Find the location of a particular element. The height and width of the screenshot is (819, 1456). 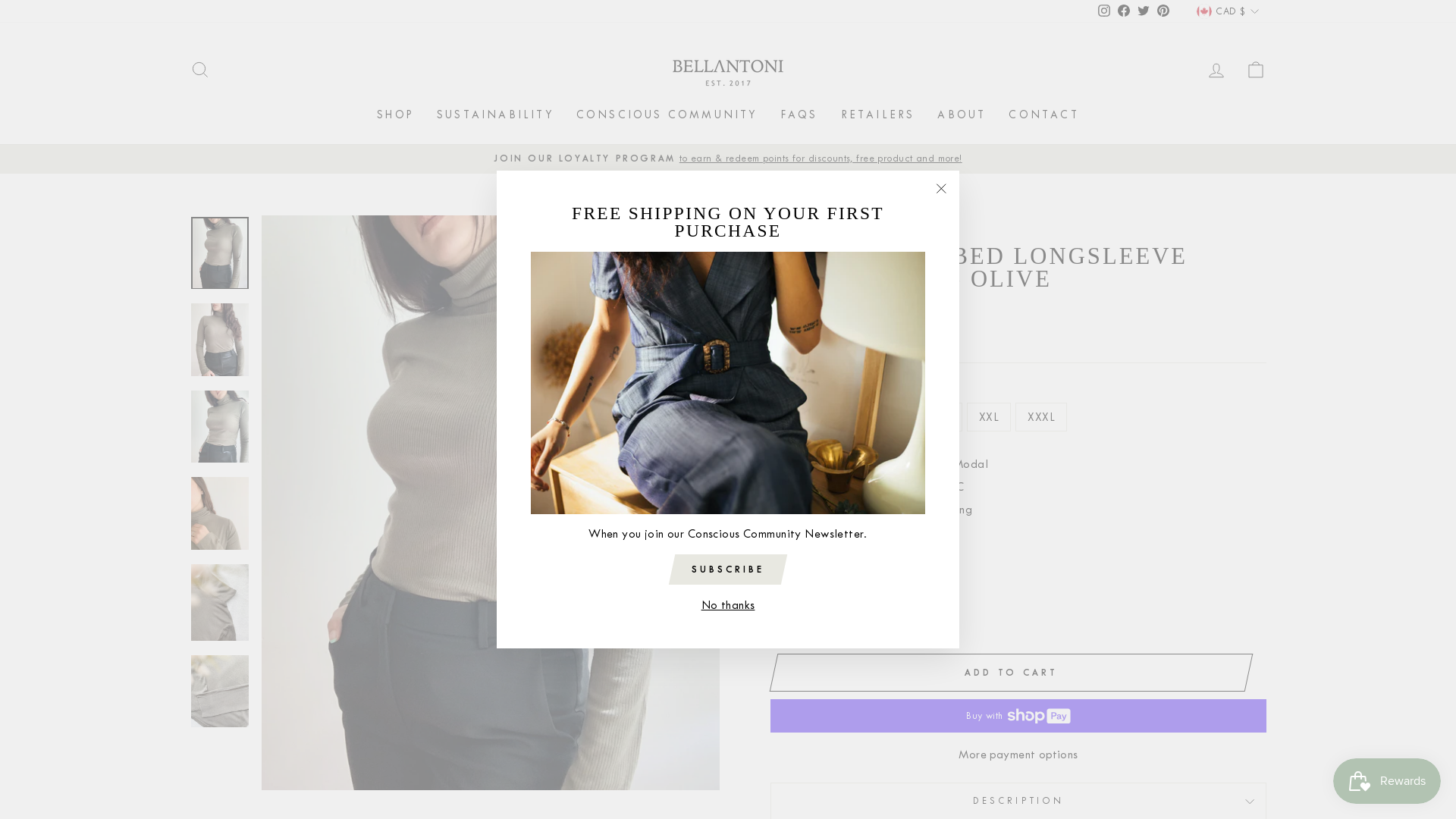

'CONTACT' is located at coordinates (1043, 114).